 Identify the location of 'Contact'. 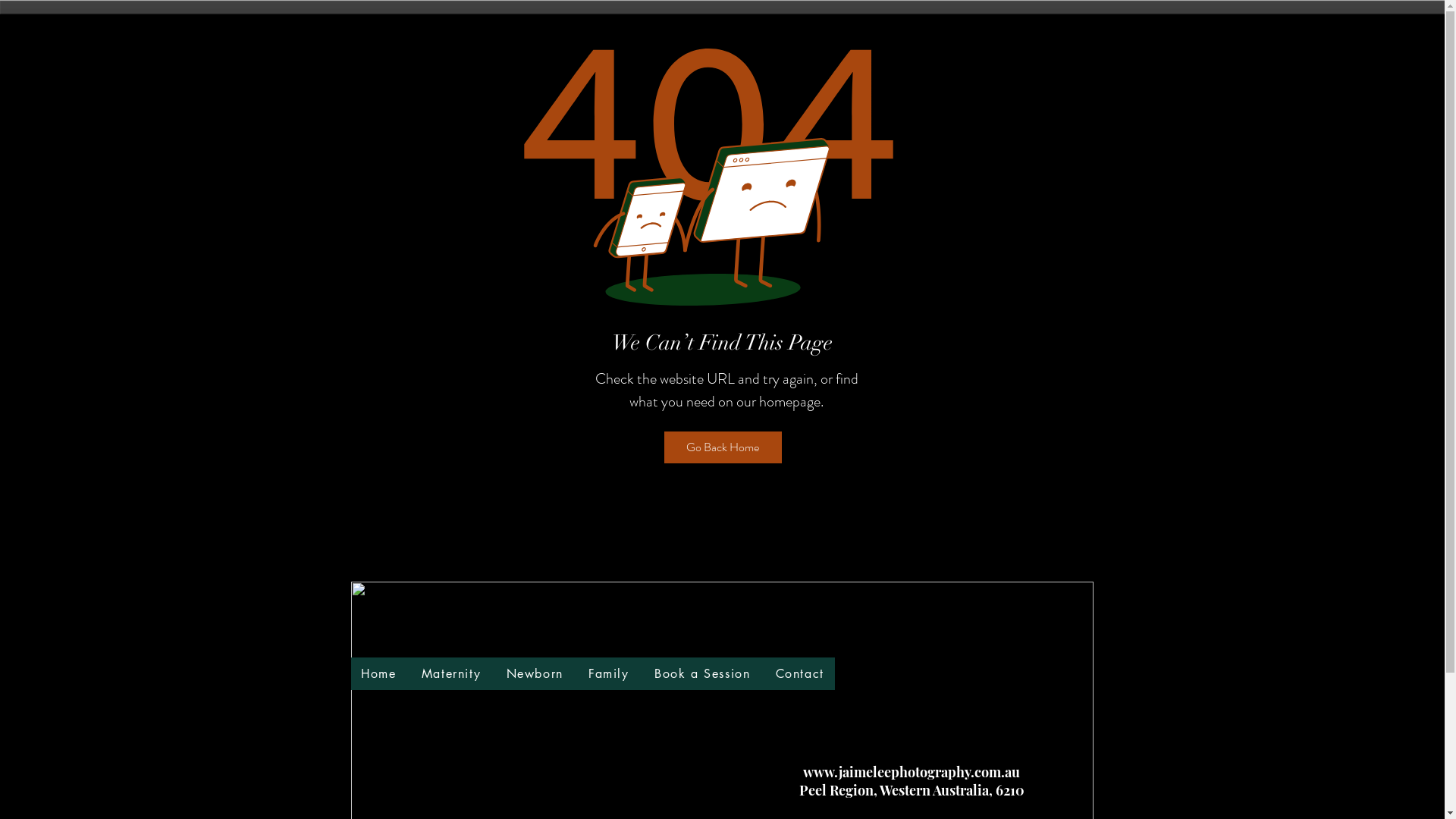
(765, 673).